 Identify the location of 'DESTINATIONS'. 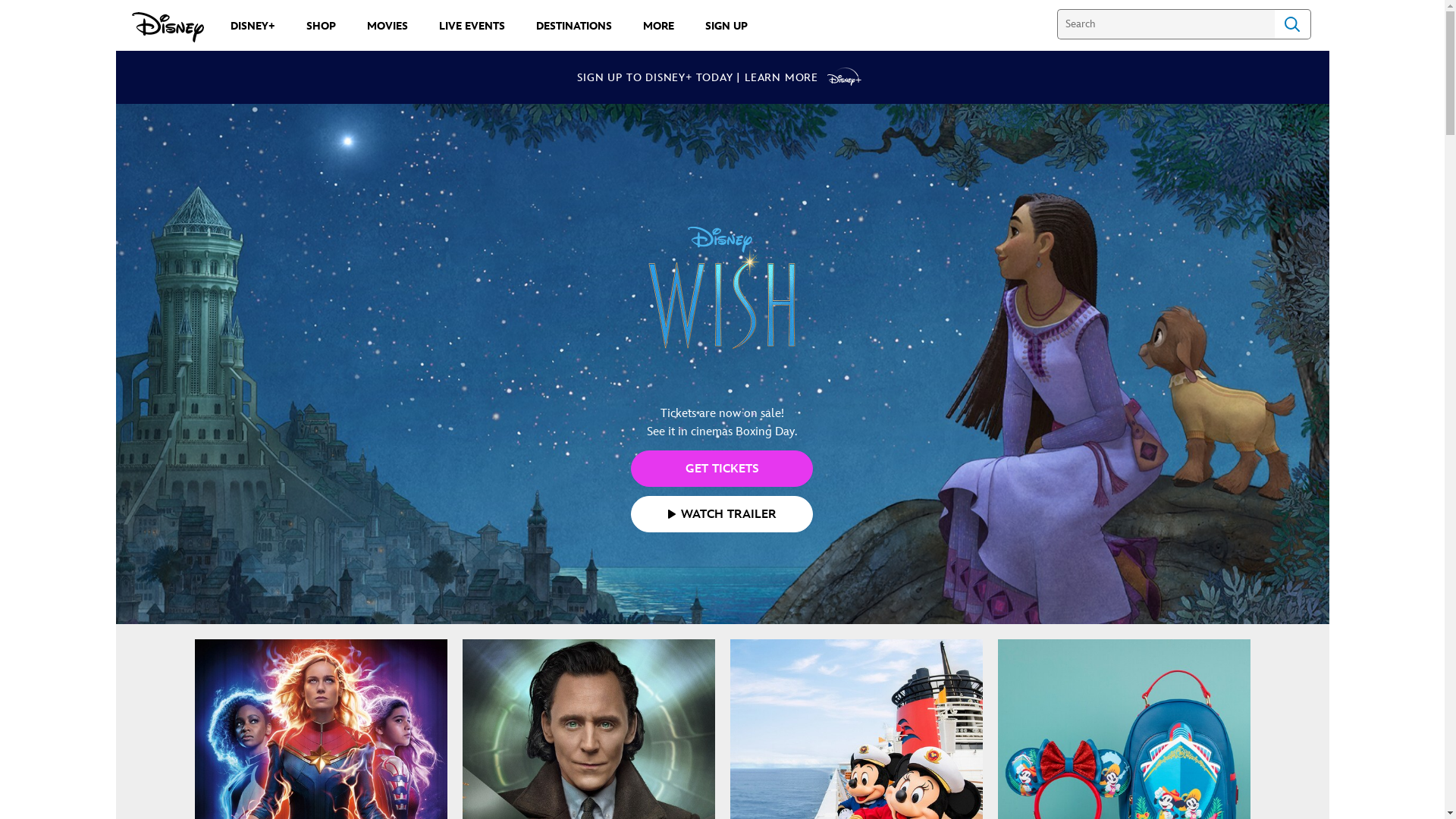
(572, 25).